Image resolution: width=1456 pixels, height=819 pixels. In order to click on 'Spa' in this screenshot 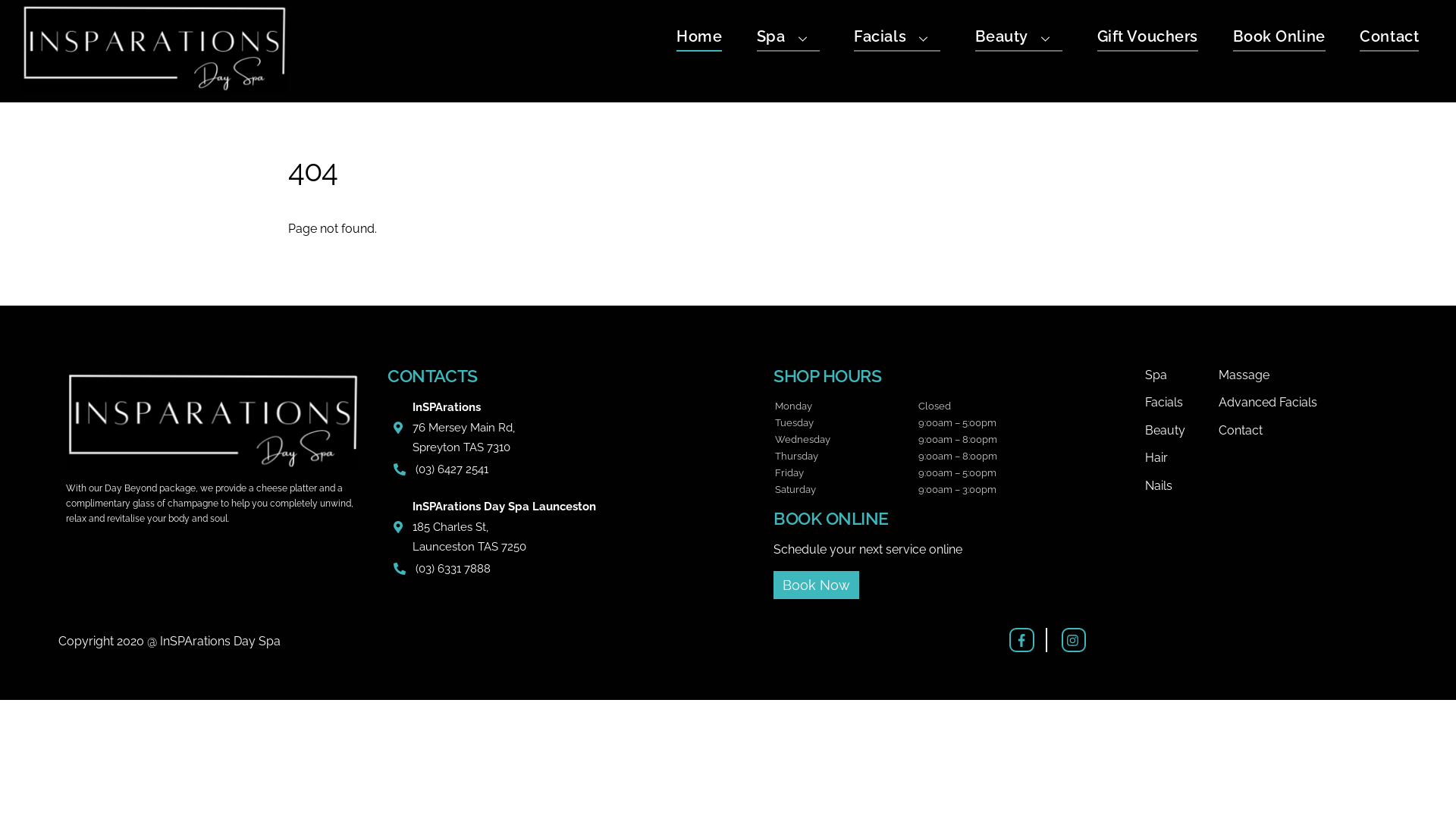, I will do `click(1180, 375)`.